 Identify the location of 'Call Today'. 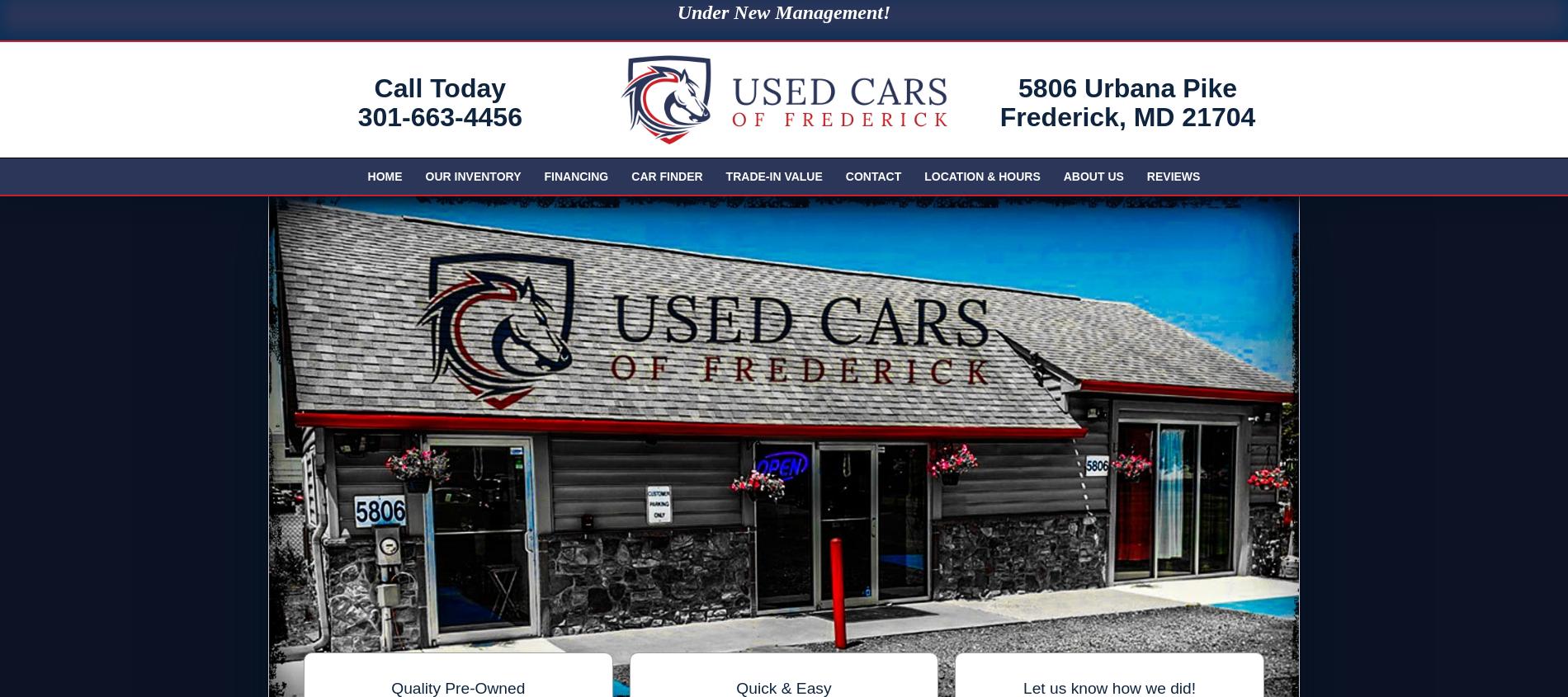
(372, 87).